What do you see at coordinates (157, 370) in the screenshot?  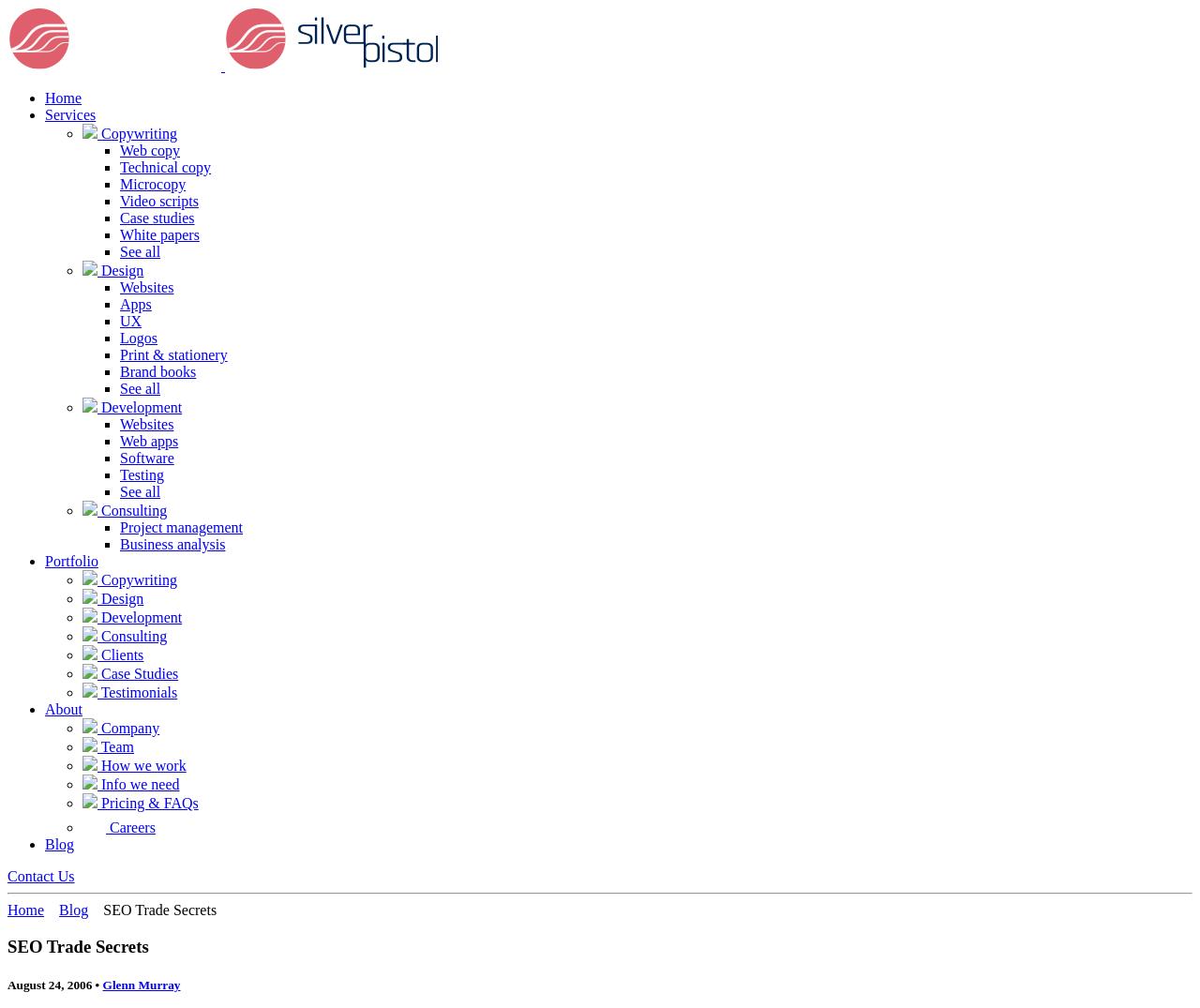 I see `'Brand books'` at bounding box center [157, 370].